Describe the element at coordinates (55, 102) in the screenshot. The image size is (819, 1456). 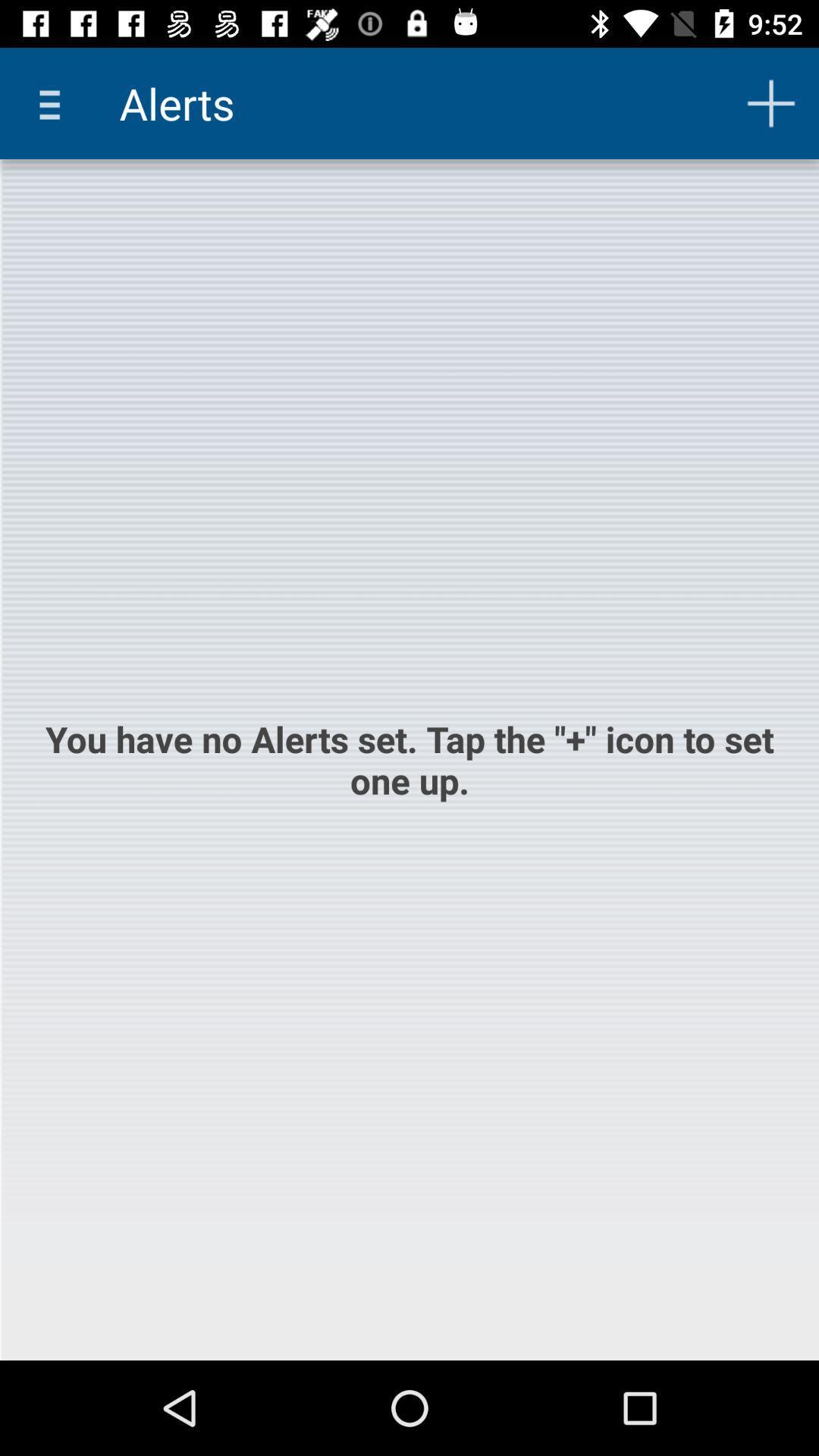
I see `icon next to the alerts icon` at that location.